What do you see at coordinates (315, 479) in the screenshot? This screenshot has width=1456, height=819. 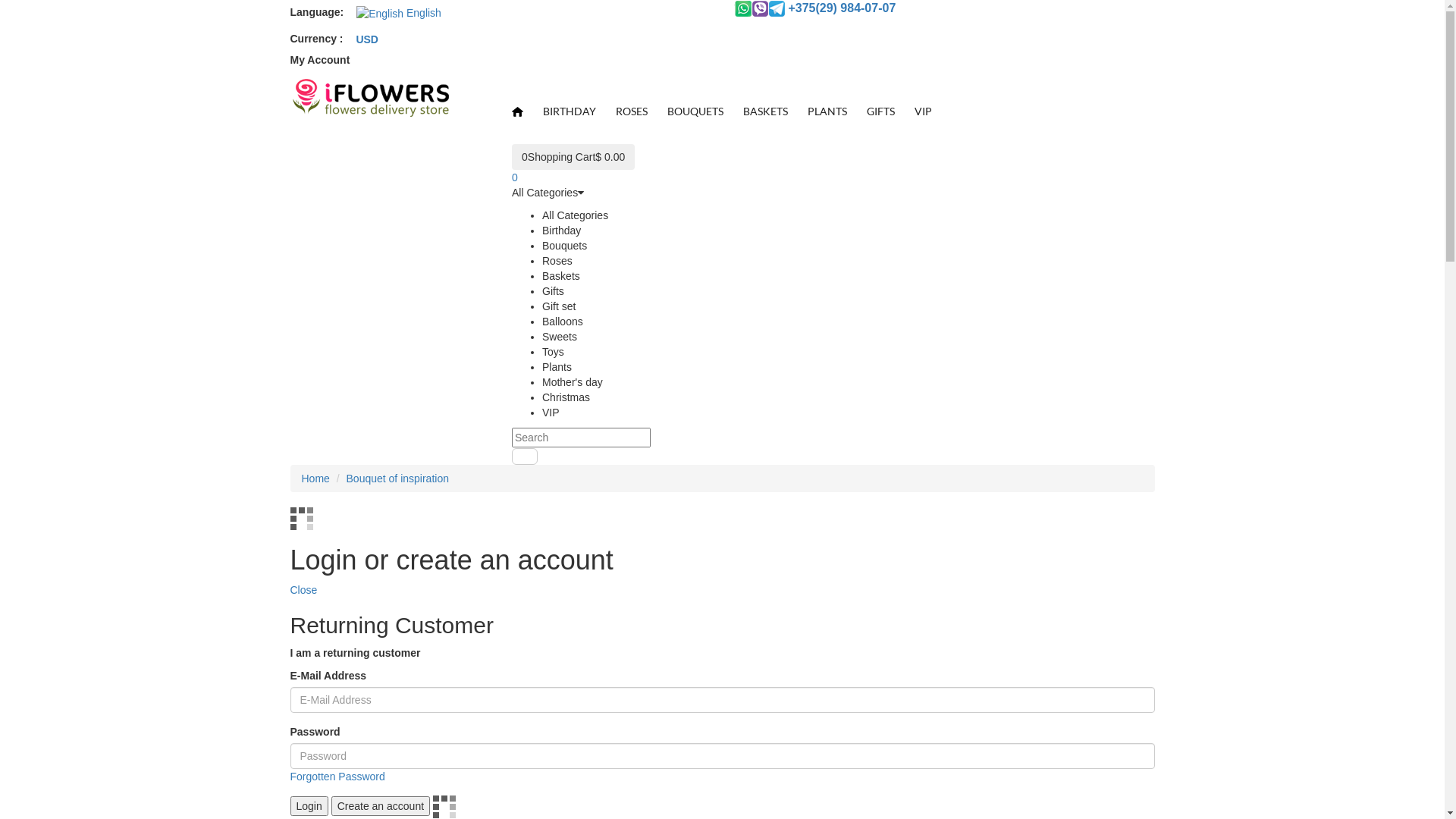 I see `'Home'` at bounding box center [315, 479].